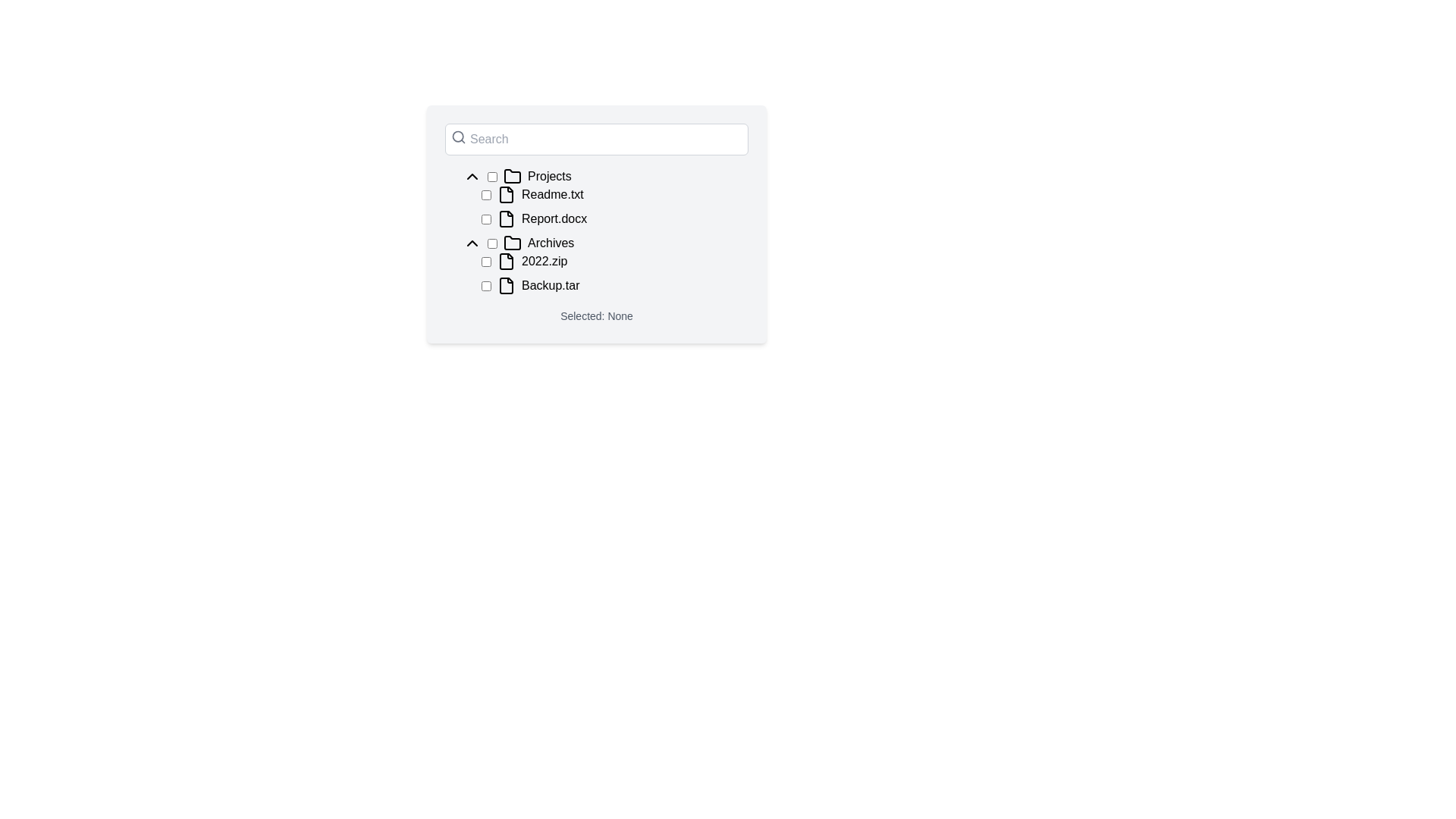  I want to click on the unmarked checkbox located to the left of the 'Readme.txt' file to trigger its hover state, so click(486, 194).